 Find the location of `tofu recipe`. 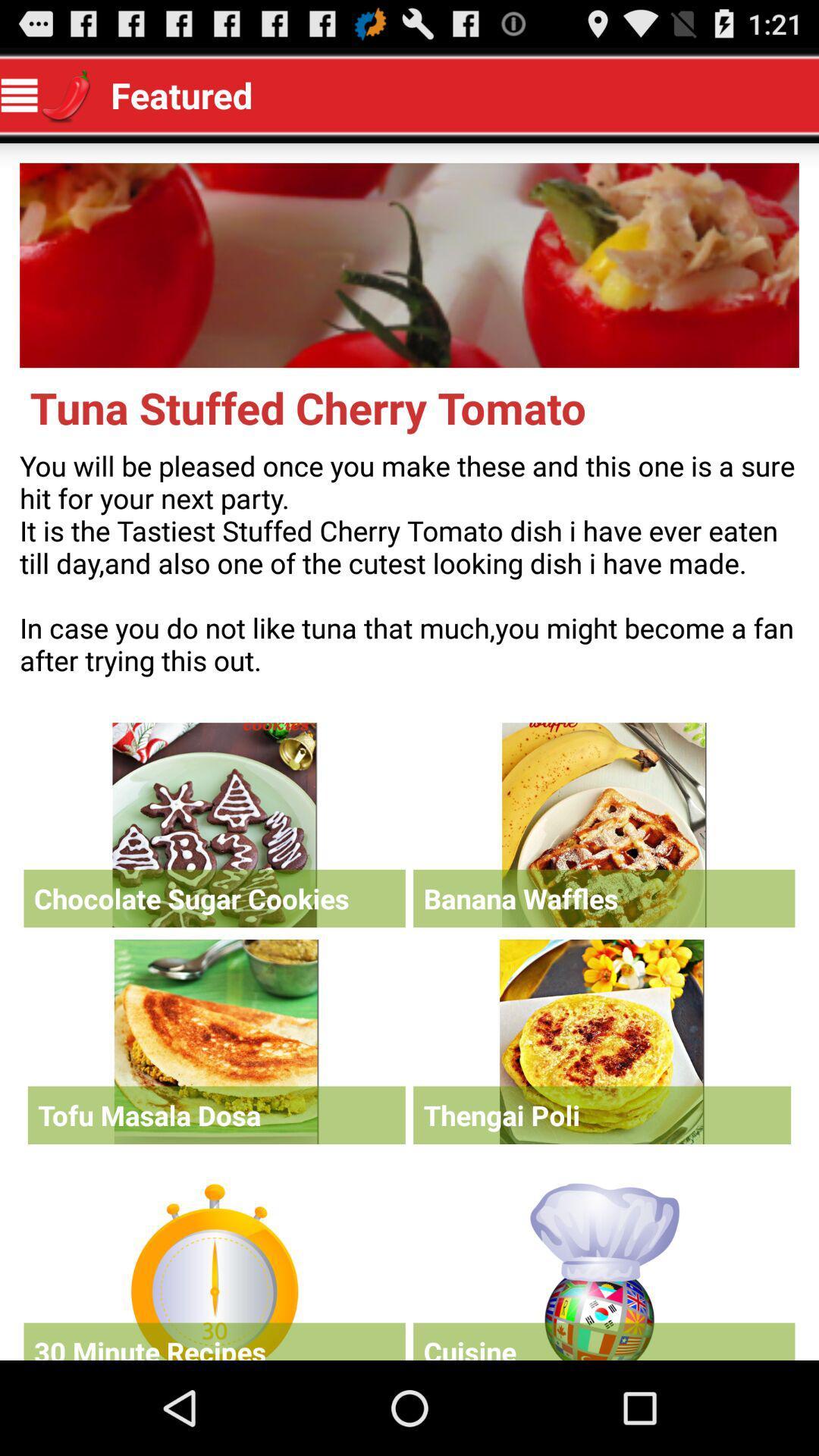

tofu recipe is located at coordinates (216, 1040).